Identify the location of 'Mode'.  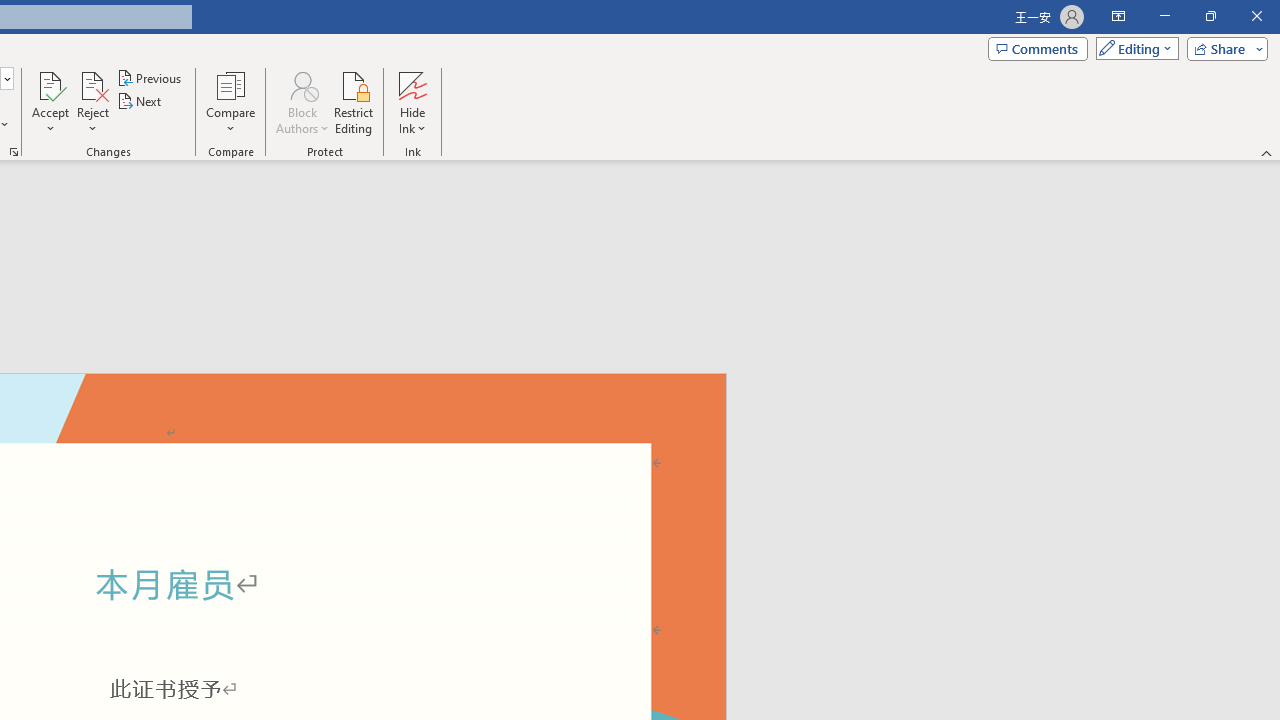
(1133, 47).